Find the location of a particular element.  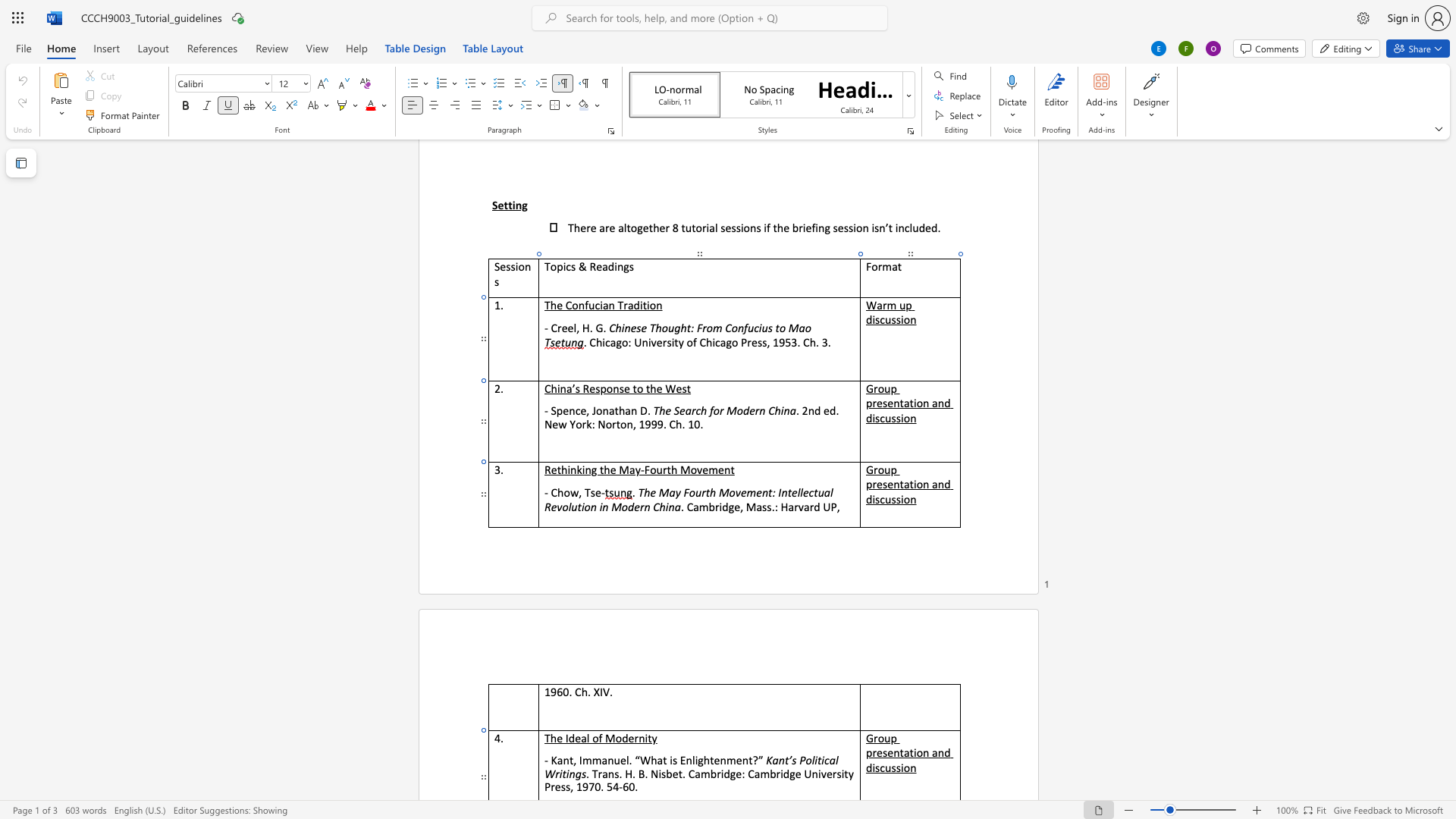

the space between the continuous character "I" and "m" in the text is located at coordinates (583, 760).